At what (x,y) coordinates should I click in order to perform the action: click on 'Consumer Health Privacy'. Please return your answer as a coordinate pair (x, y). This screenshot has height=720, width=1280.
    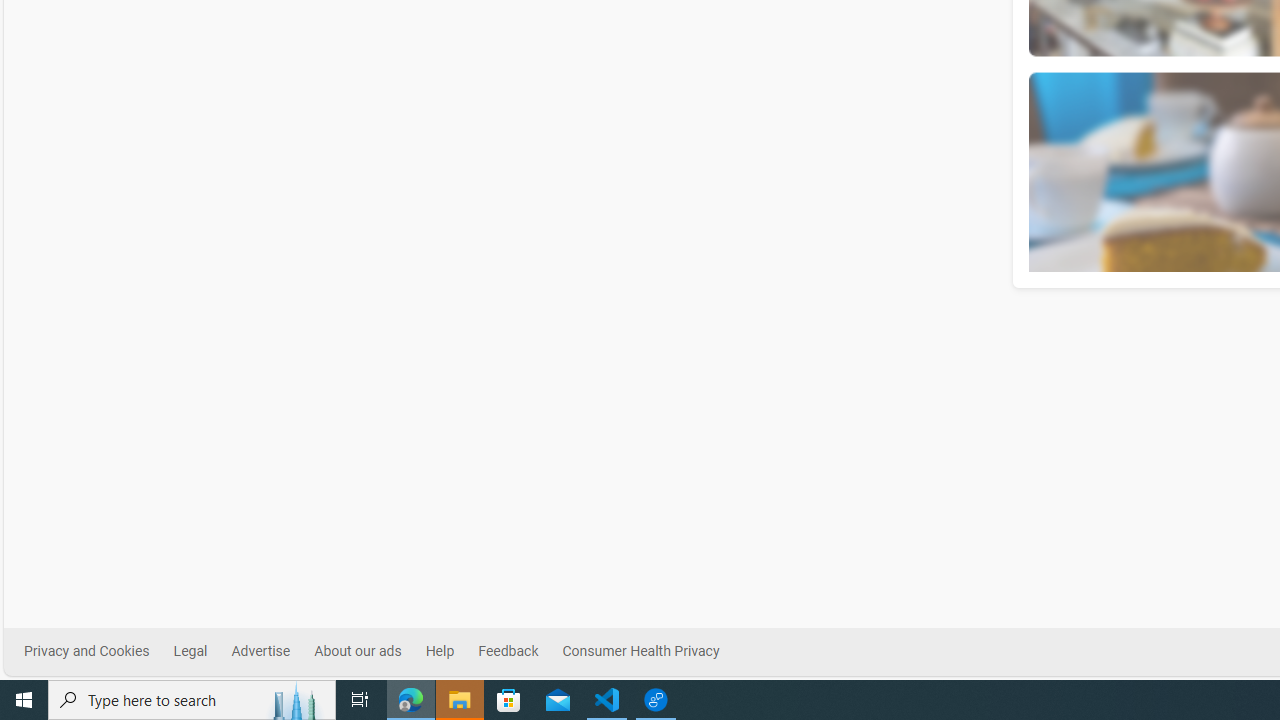
    Looking at the image, I should click on (652, 651).